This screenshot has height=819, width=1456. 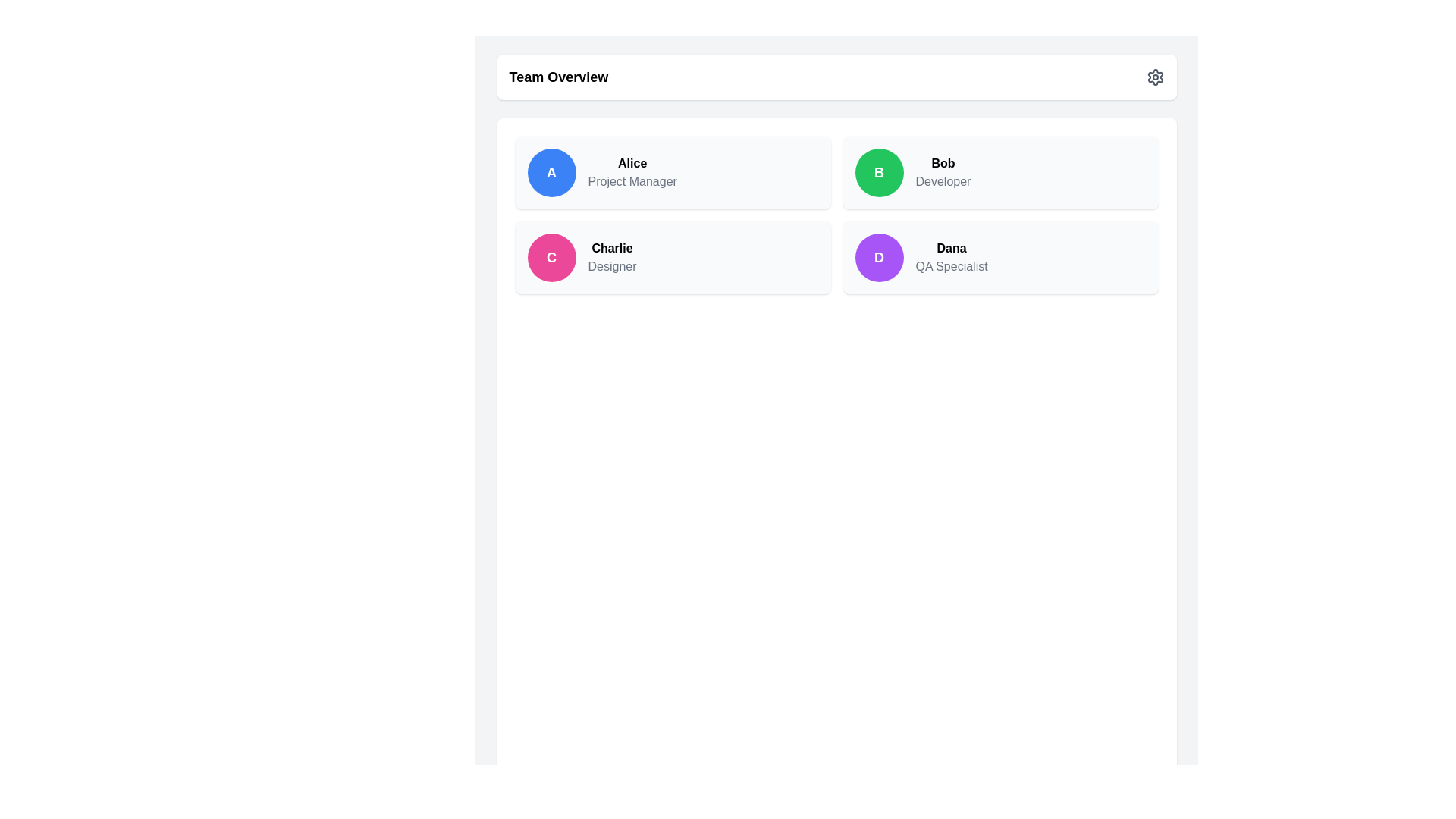 I want to click on the Info card displaying a team member's name and role, positioned in the top-right quadrant of the layout, specifically the second card in the first row, so click(x=1000, y=171).